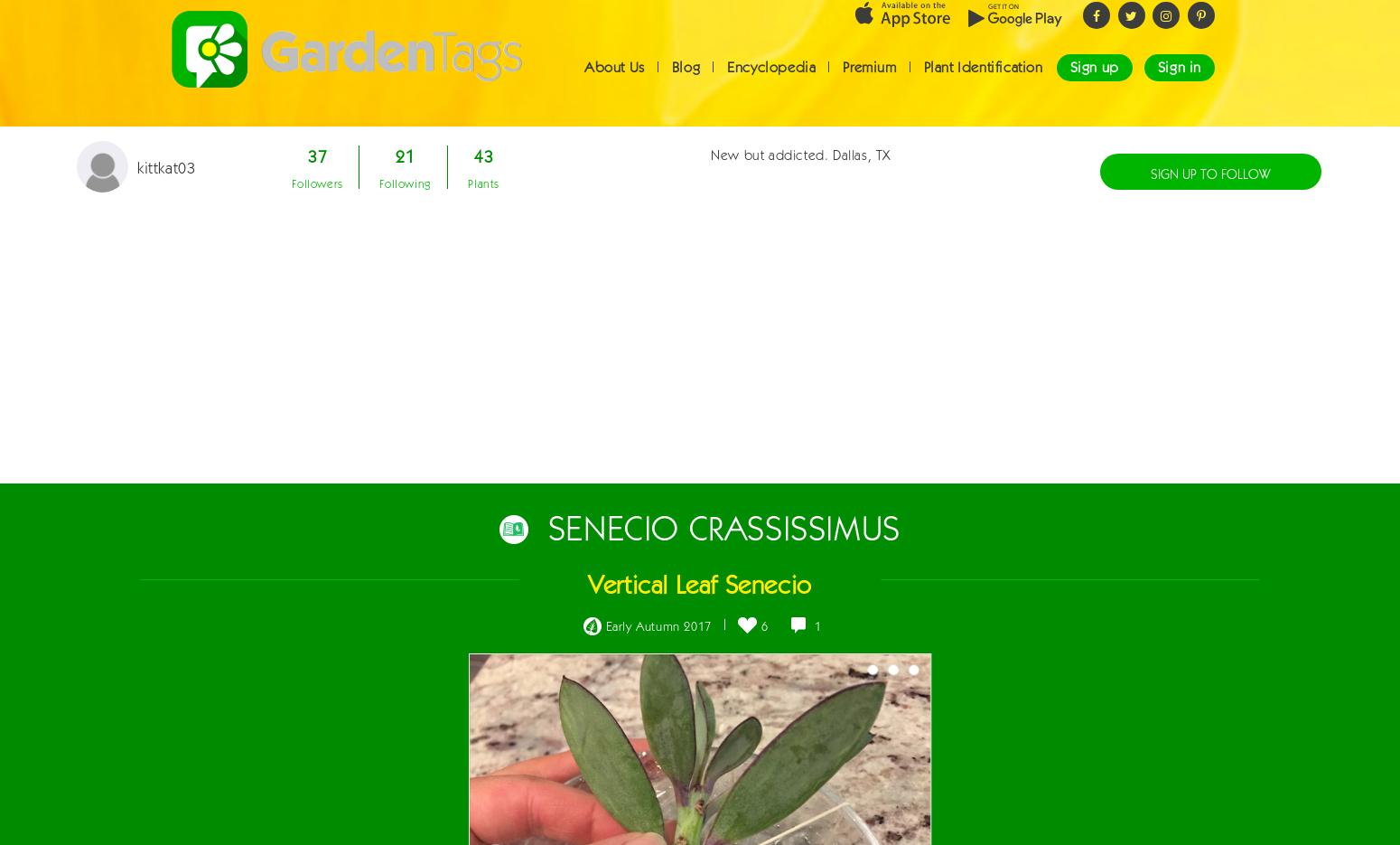 The image size is (1400, 845). What do you see at coordinates (771, 82) in the screenshot?
I see `'Encyclopedia'` at bounding box center [771, 82].